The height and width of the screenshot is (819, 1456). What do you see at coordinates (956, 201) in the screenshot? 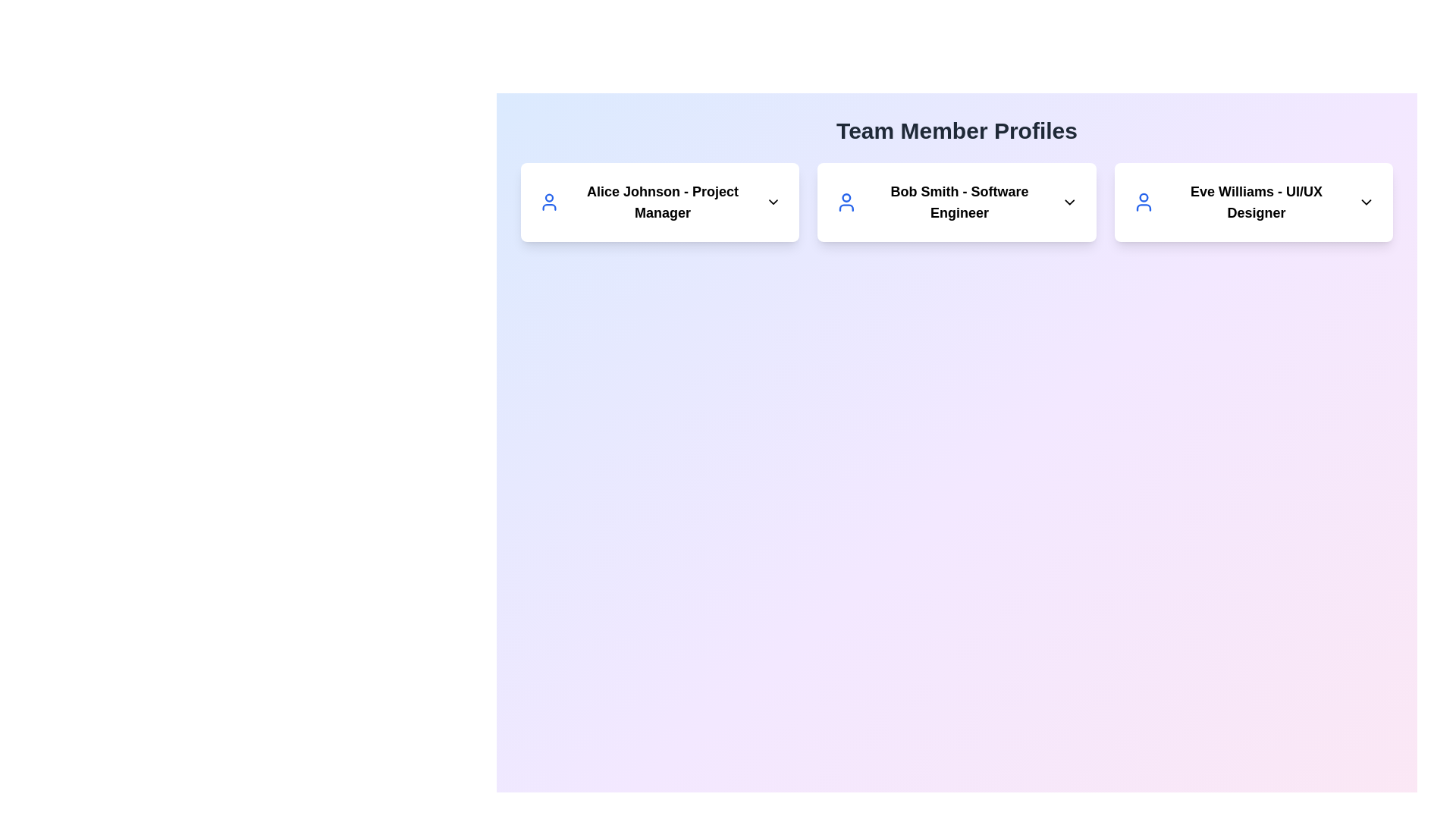
I see `the text label displaying 'Bob Smith - Software Engineer'` at bounding box center [956, 201].